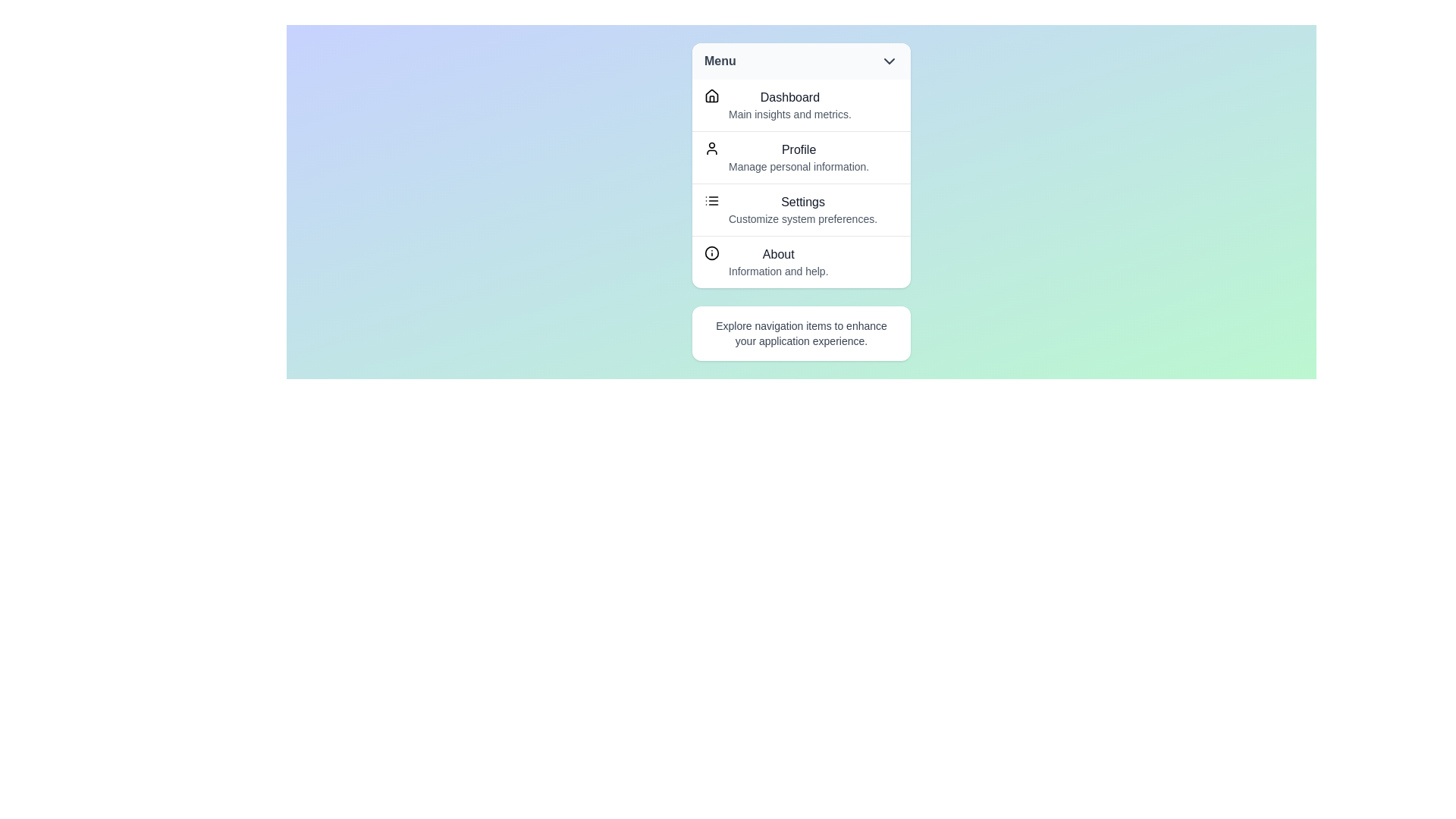  Describe the element at coordinates (800, 104) in the screenshot. I see `the menu item labeled Dashboard to preview its details` at that location.